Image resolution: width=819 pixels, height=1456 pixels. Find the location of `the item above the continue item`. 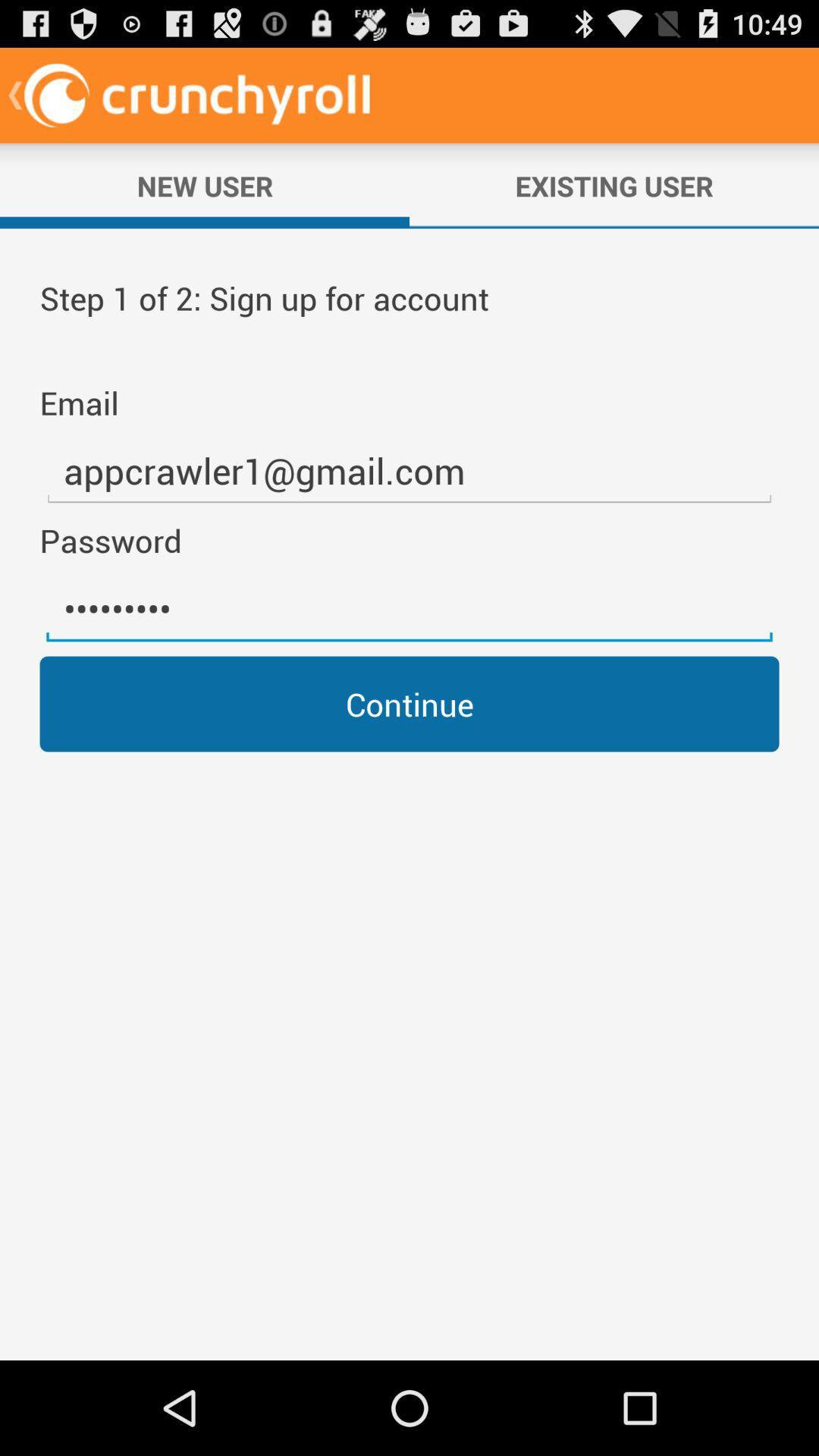

the item above the continue item is located at coordinates (409, 609).